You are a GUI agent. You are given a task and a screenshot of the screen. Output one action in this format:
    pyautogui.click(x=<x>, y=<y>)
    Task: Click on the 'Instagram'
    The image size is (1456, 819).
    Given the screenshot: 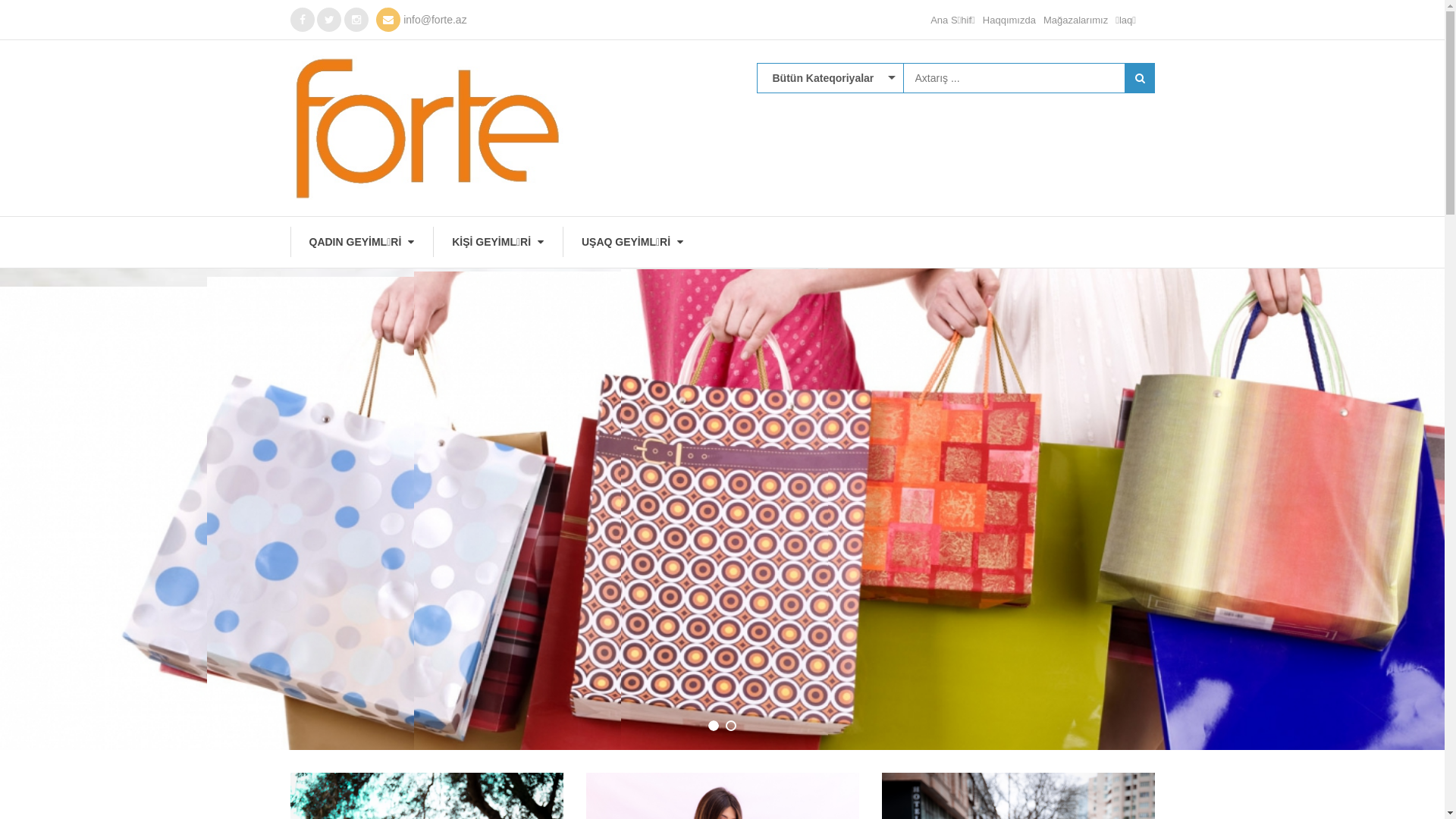 What is the action you would take?
    pyautogui.click(x=356, y=20)
    